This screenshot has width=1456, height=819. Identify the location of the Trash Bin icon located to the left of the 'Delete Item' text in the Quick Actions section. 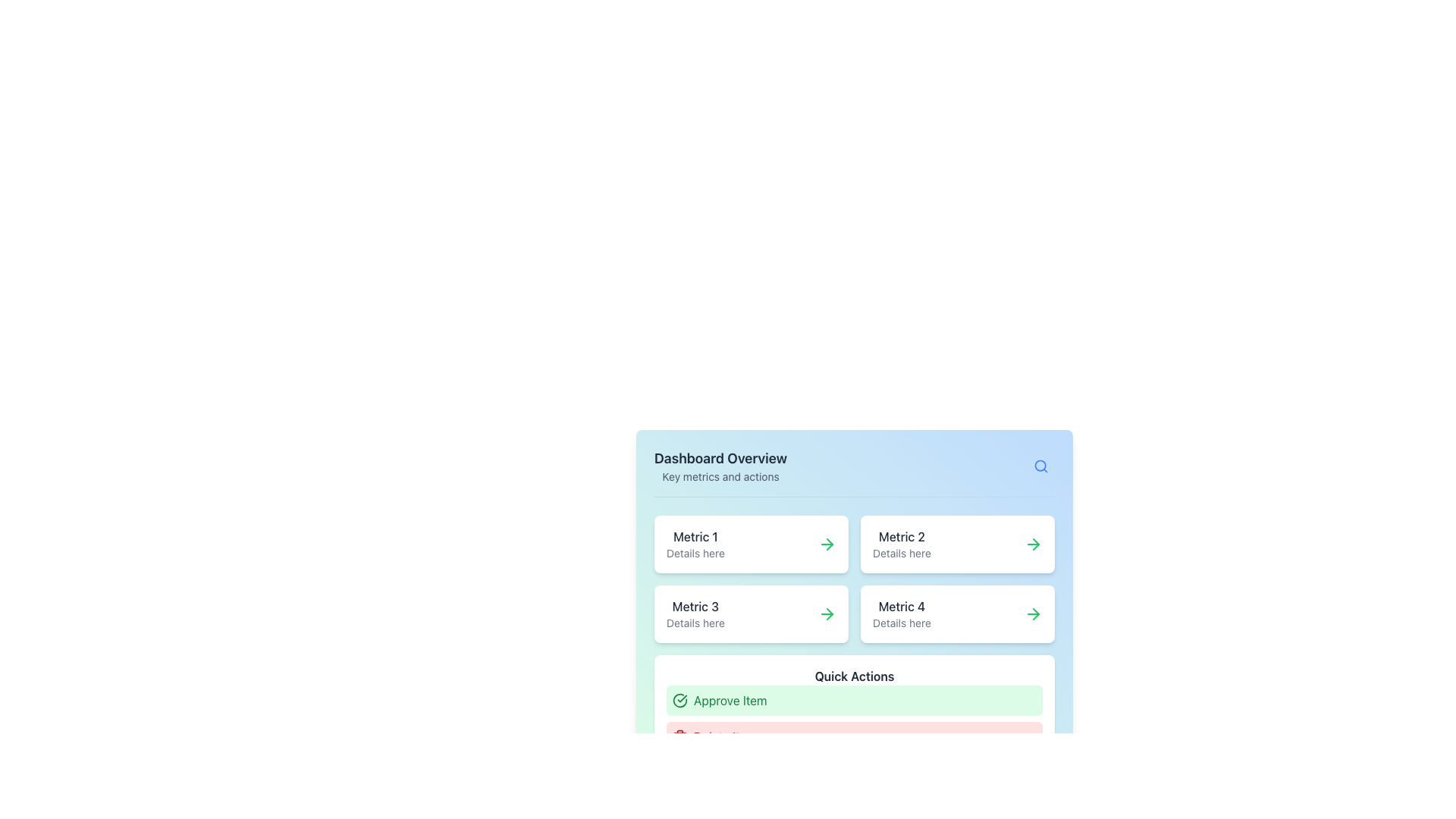
(679, 736).